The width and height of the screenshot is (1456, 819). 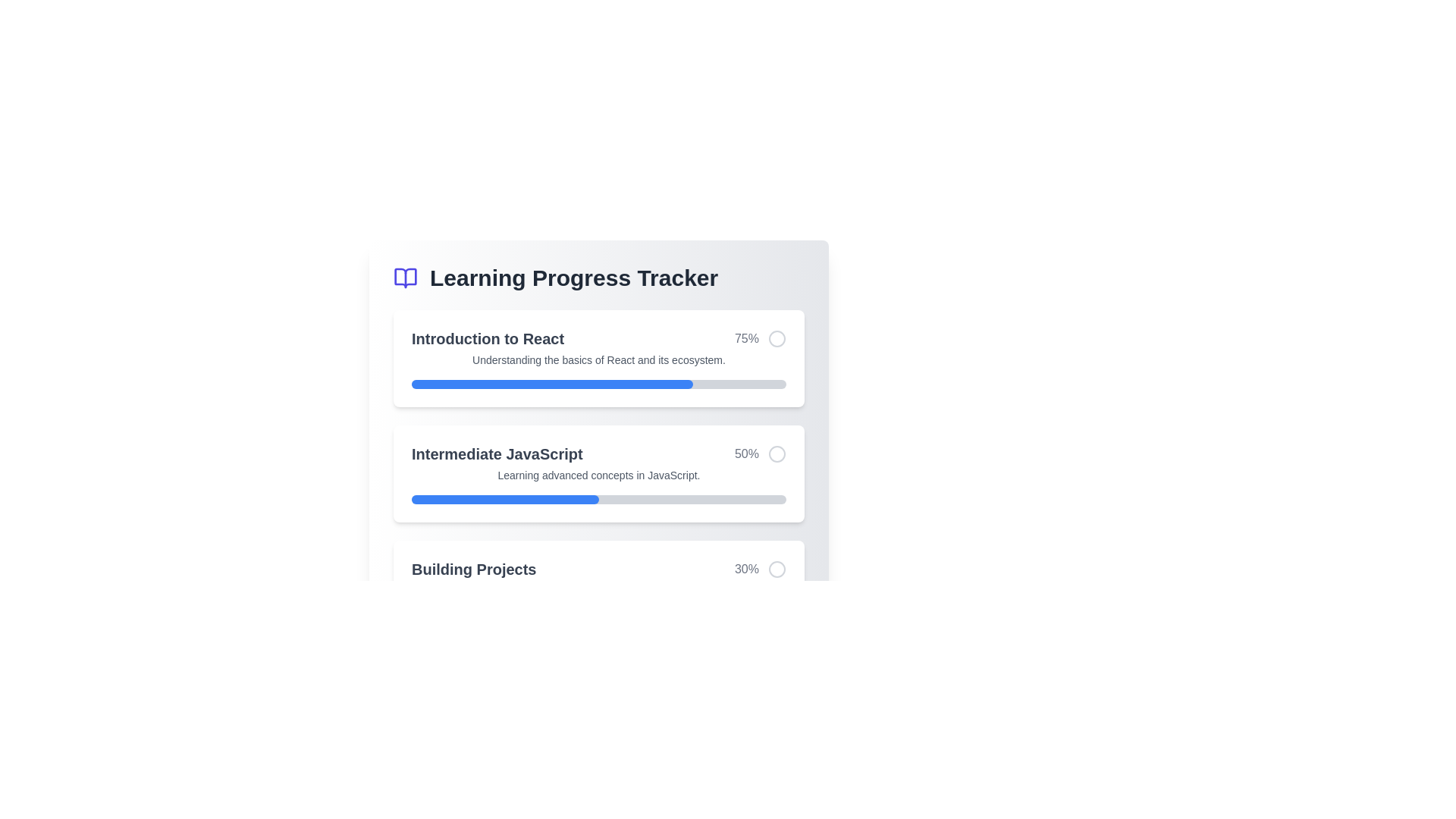 What do you see at coordinates (598, 383) in the screenshot?
I see `the progress representation of the Progress Bar indicating 75% completion for the 'Introduction to React' module` at bounding box center [598, 383].